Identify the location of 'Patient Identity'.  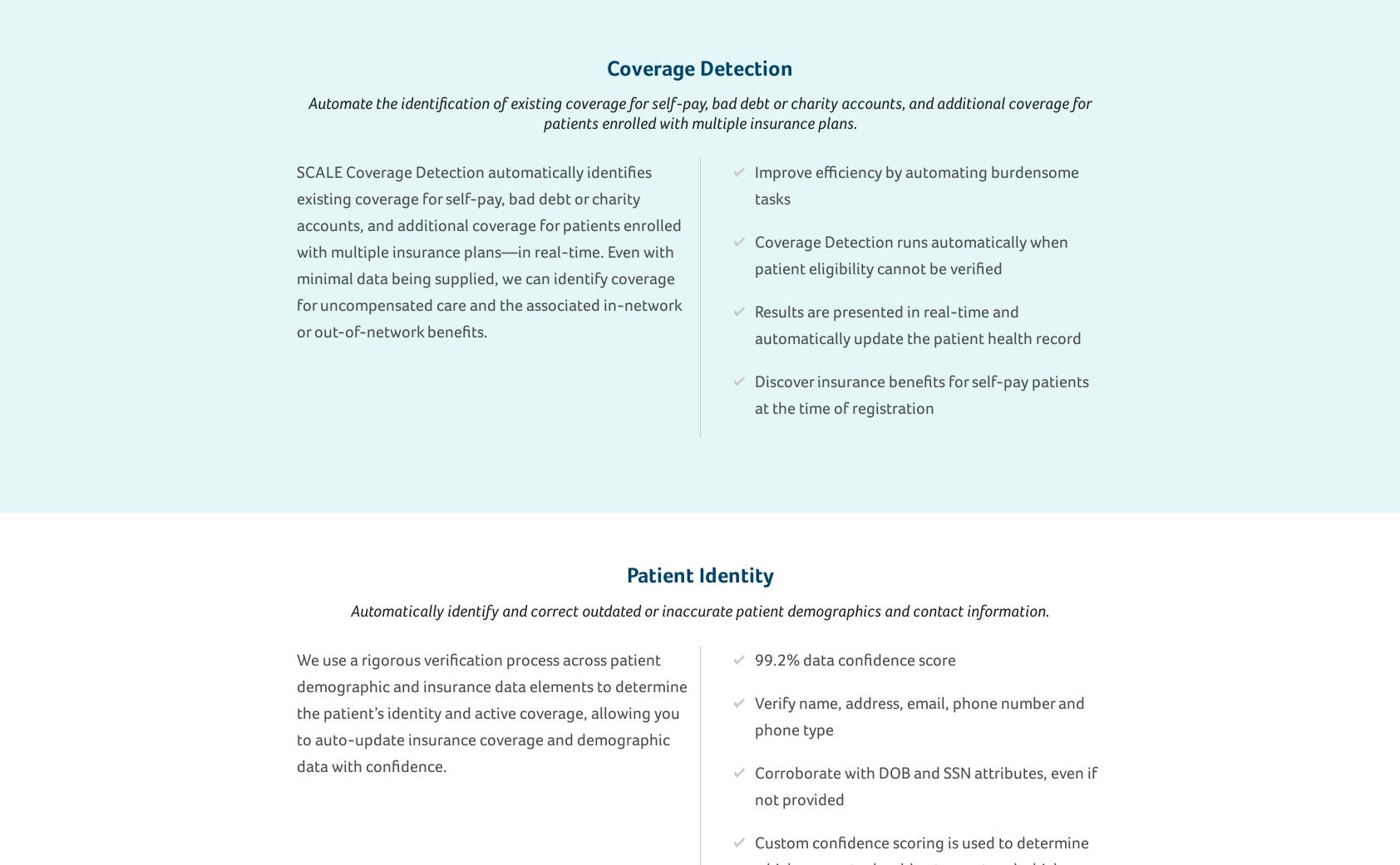
(699, 573).